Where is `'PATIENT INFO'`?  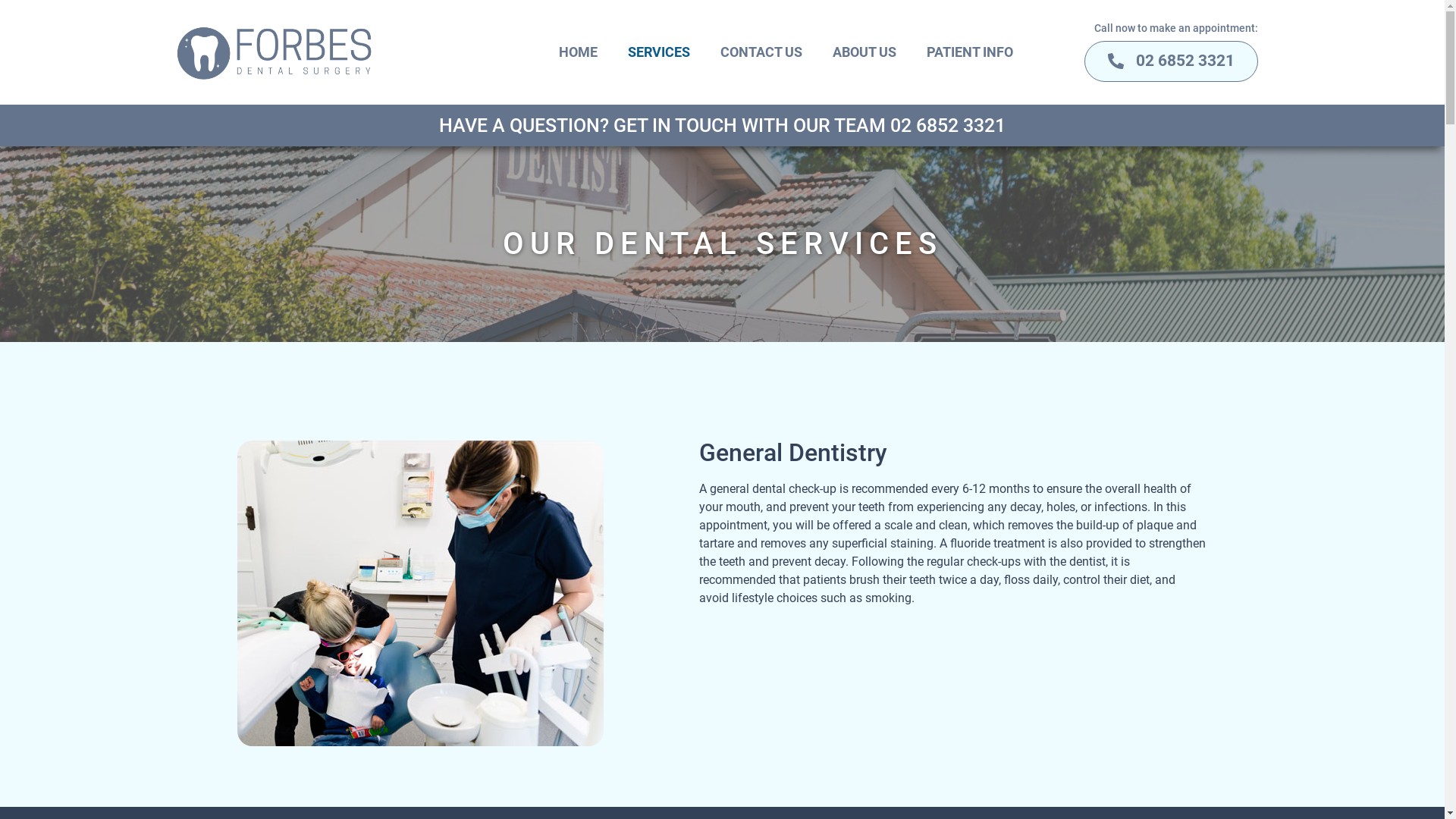
'PATIENT INFO' is located at coordinates (910, 52).